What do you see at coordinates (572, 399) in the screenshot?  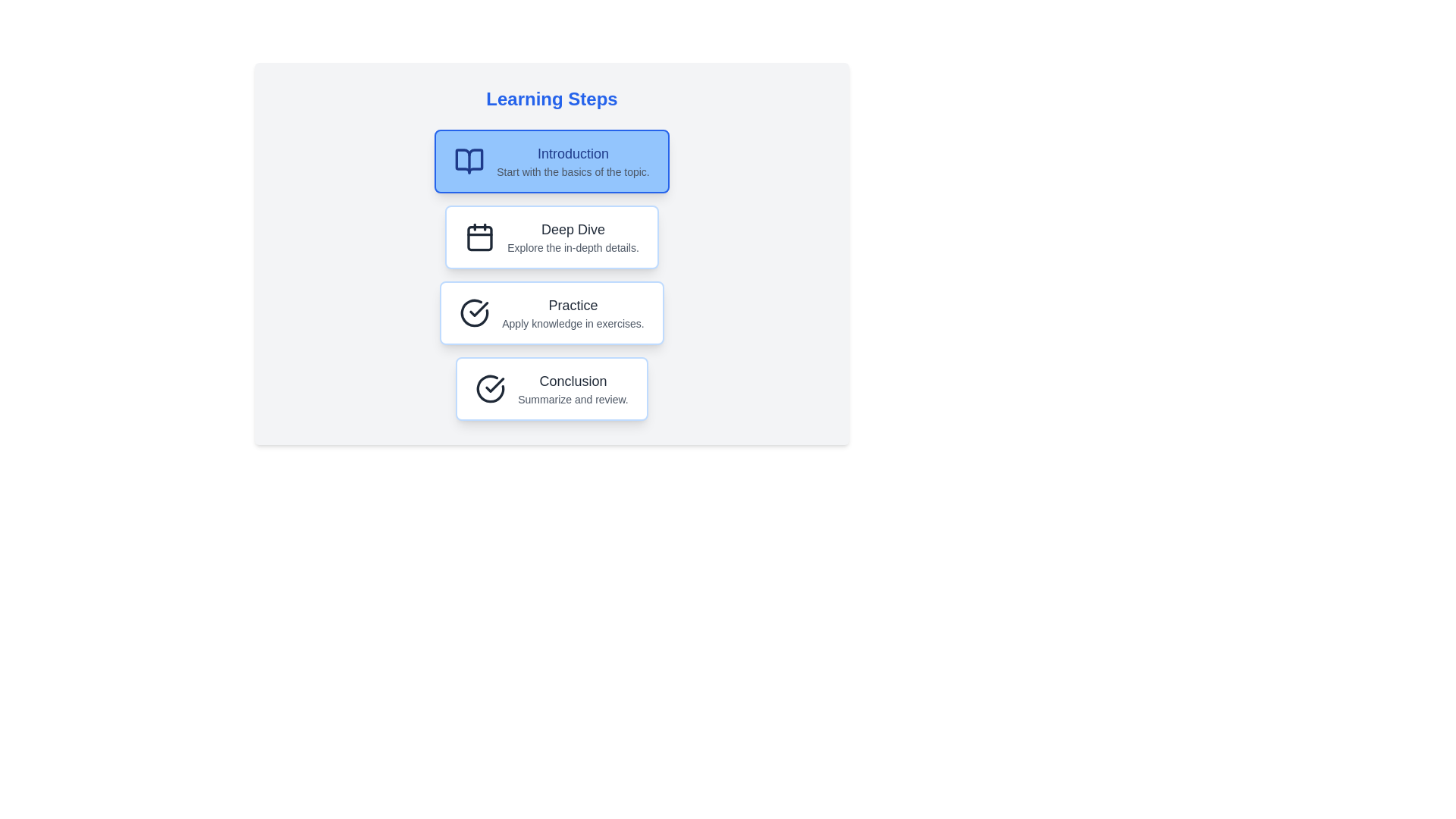 I see `the descriptive subtitle text label located beneath the 'Conclusion' text within the 'Conclusion' card in the lower section of the vertical stack of cards` at bounding box center [572, 399].